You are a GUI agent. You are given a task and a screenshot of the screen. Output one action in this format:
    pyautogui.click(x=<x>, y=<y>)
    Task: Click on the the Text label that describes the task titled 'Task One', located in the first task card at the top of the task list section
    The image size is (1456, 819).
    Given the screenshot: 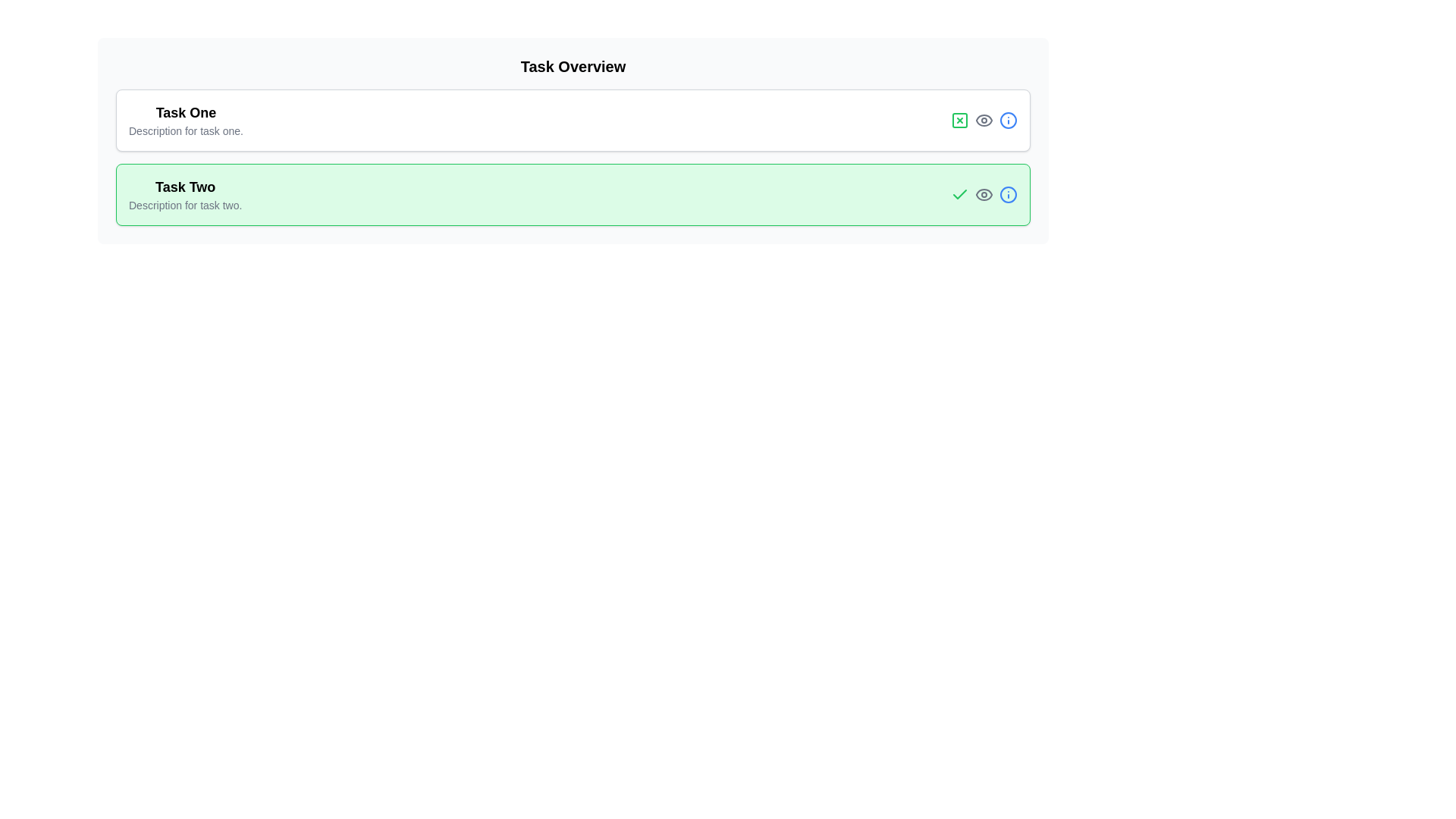 What is the action you would take?
    pyautogui.click(x=185, y=130)
    